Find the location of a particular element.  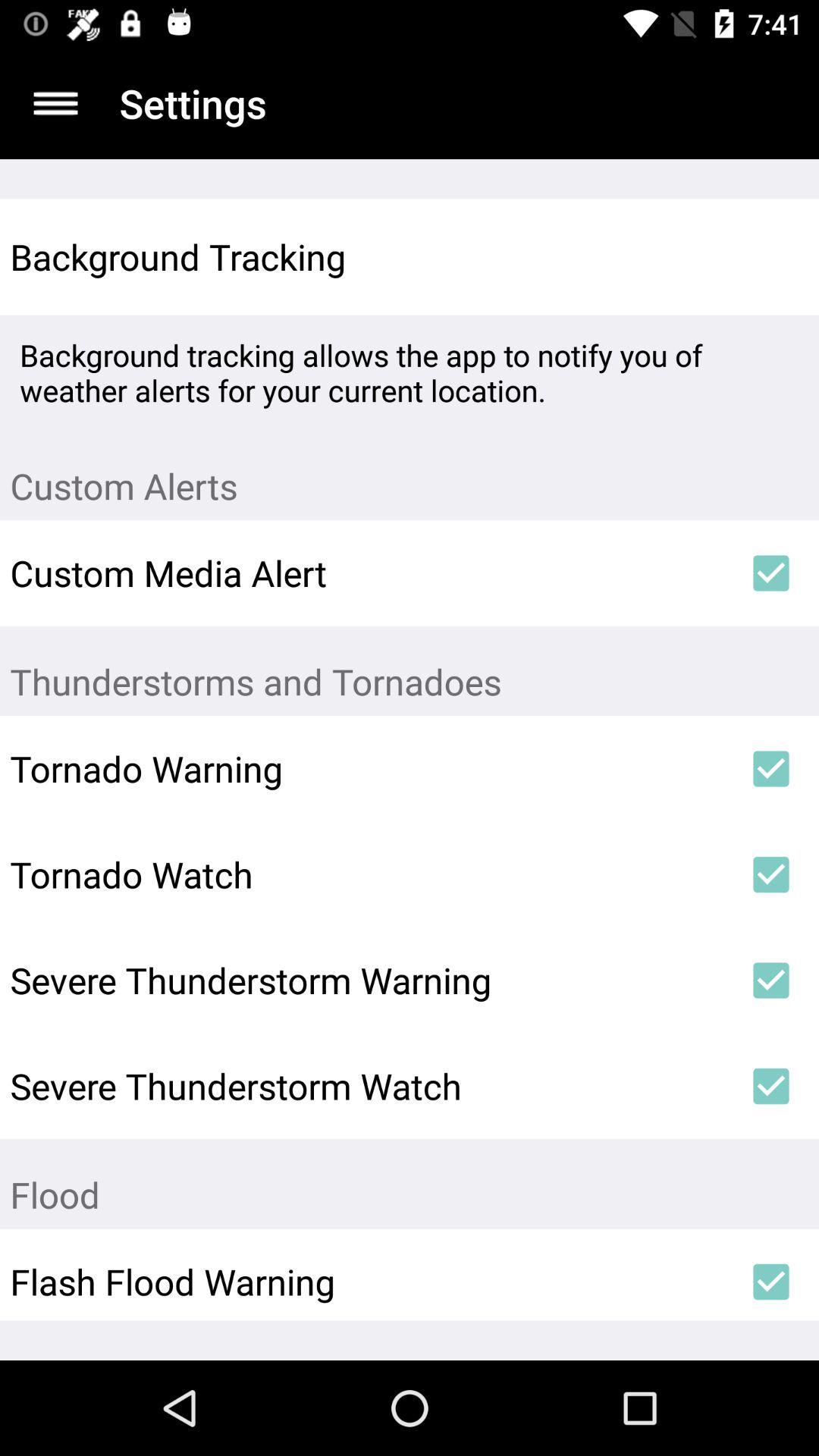

icon above flood is located at coordinates (771, 1085).